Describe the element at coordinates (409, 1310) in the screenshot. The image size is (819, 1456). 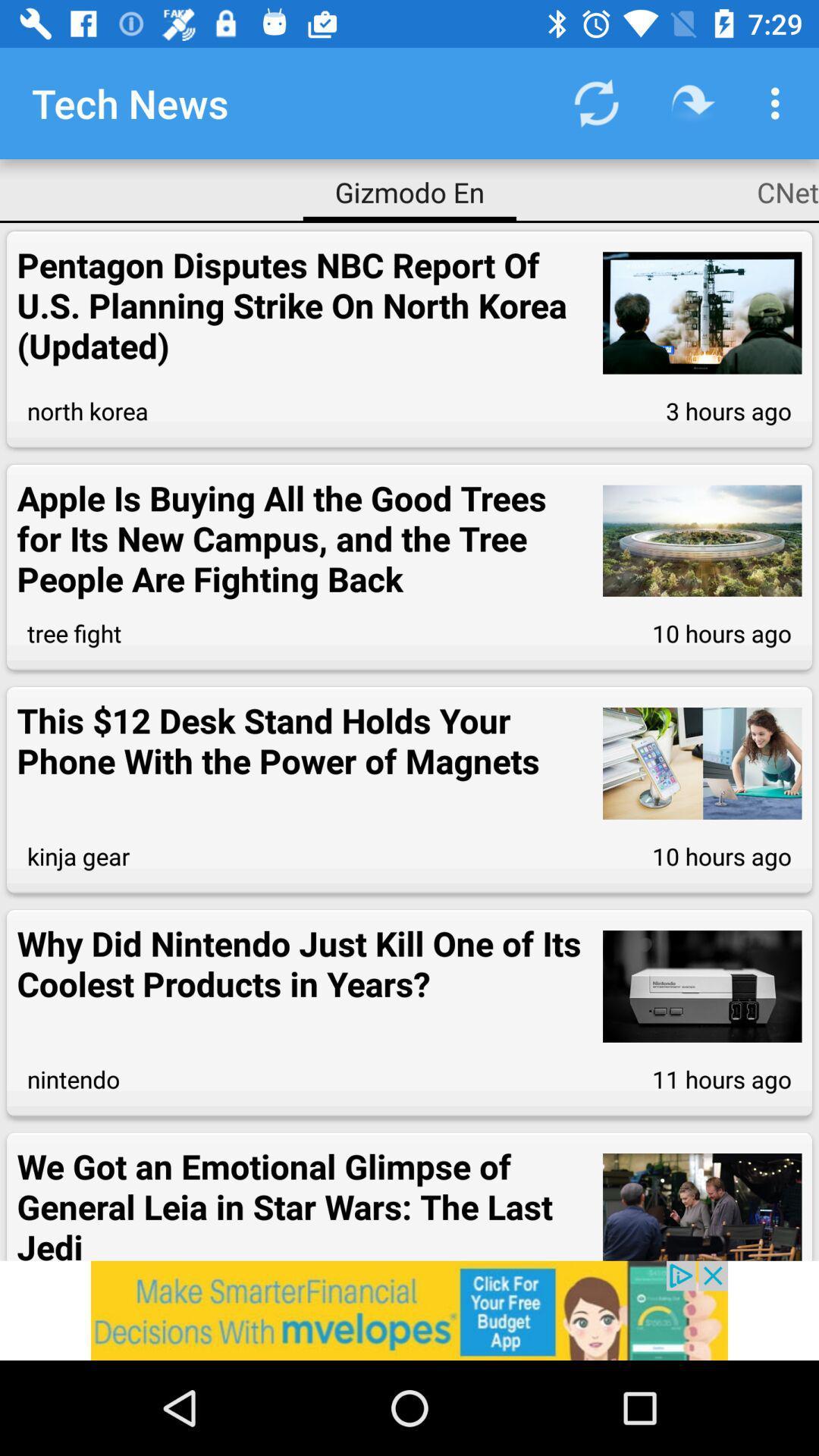
I see `redirects you to offer page` at that location.